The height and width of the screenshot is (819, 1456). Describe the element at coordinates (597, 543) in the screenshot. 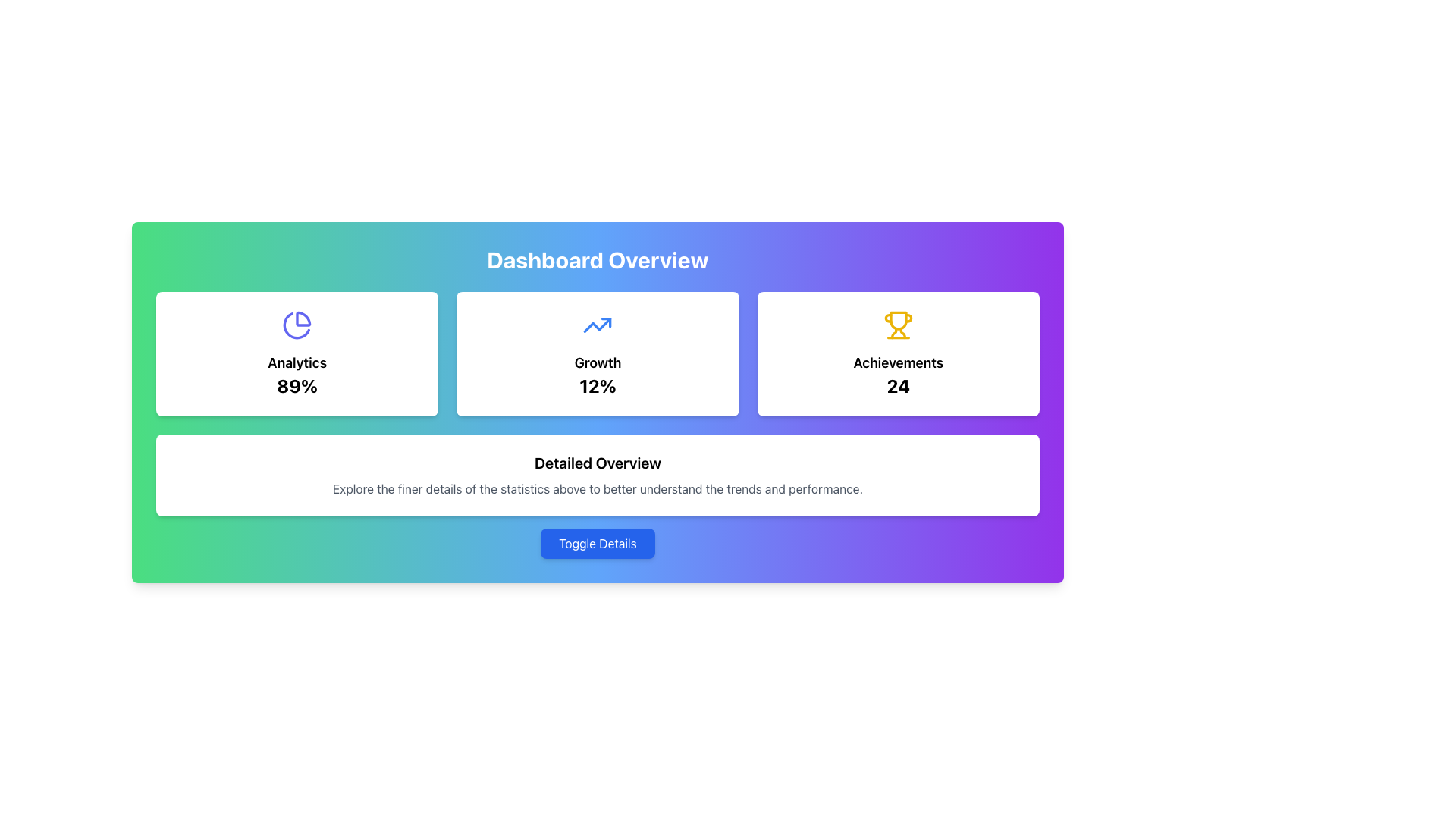

I see `the rectangular button with rounded corners and white text reading 'Toggle Details'` at that location.